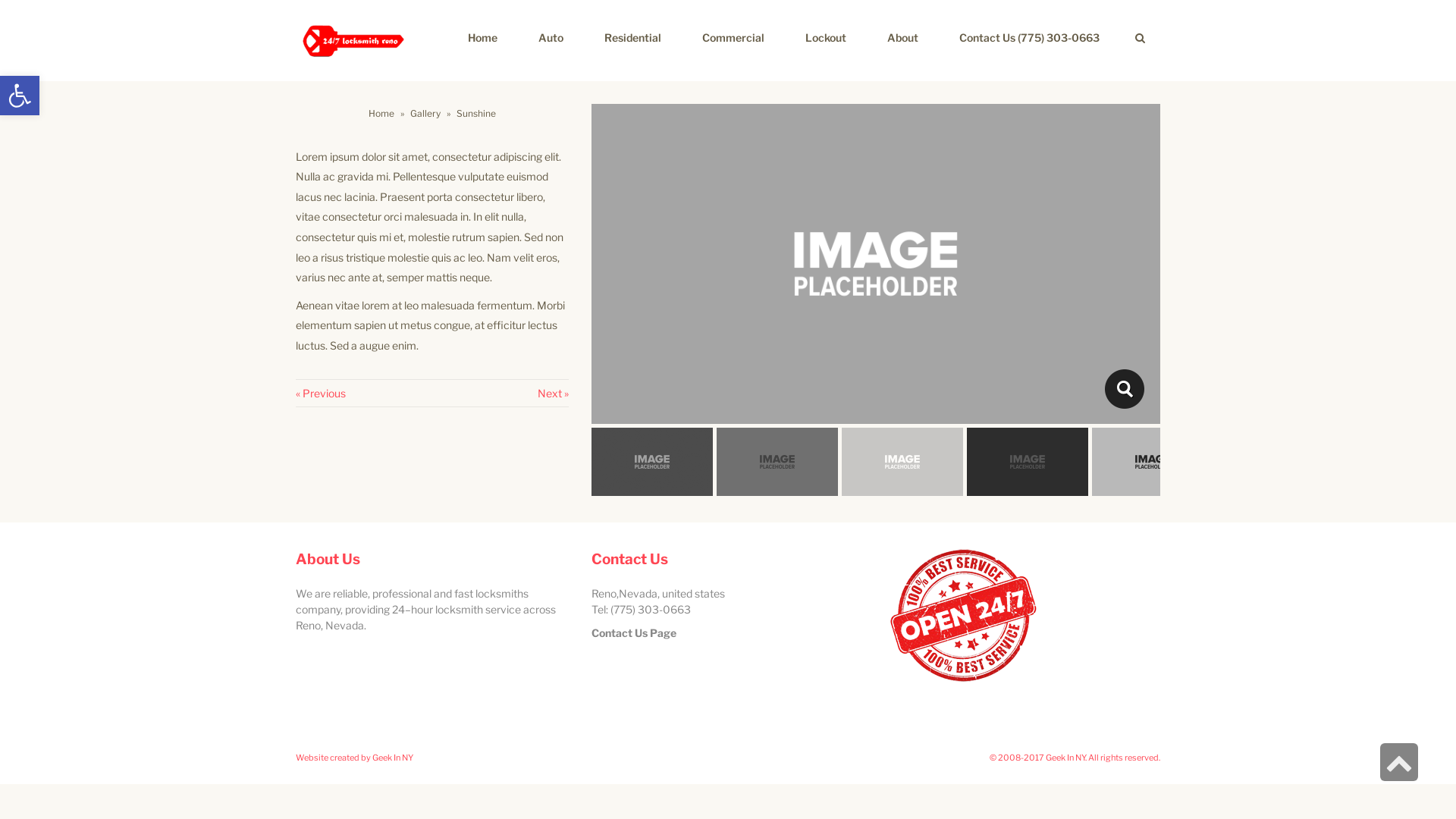  Describe the element at coordinates (825, 37) in the screenshot. I see `'Lockout'` at that location.